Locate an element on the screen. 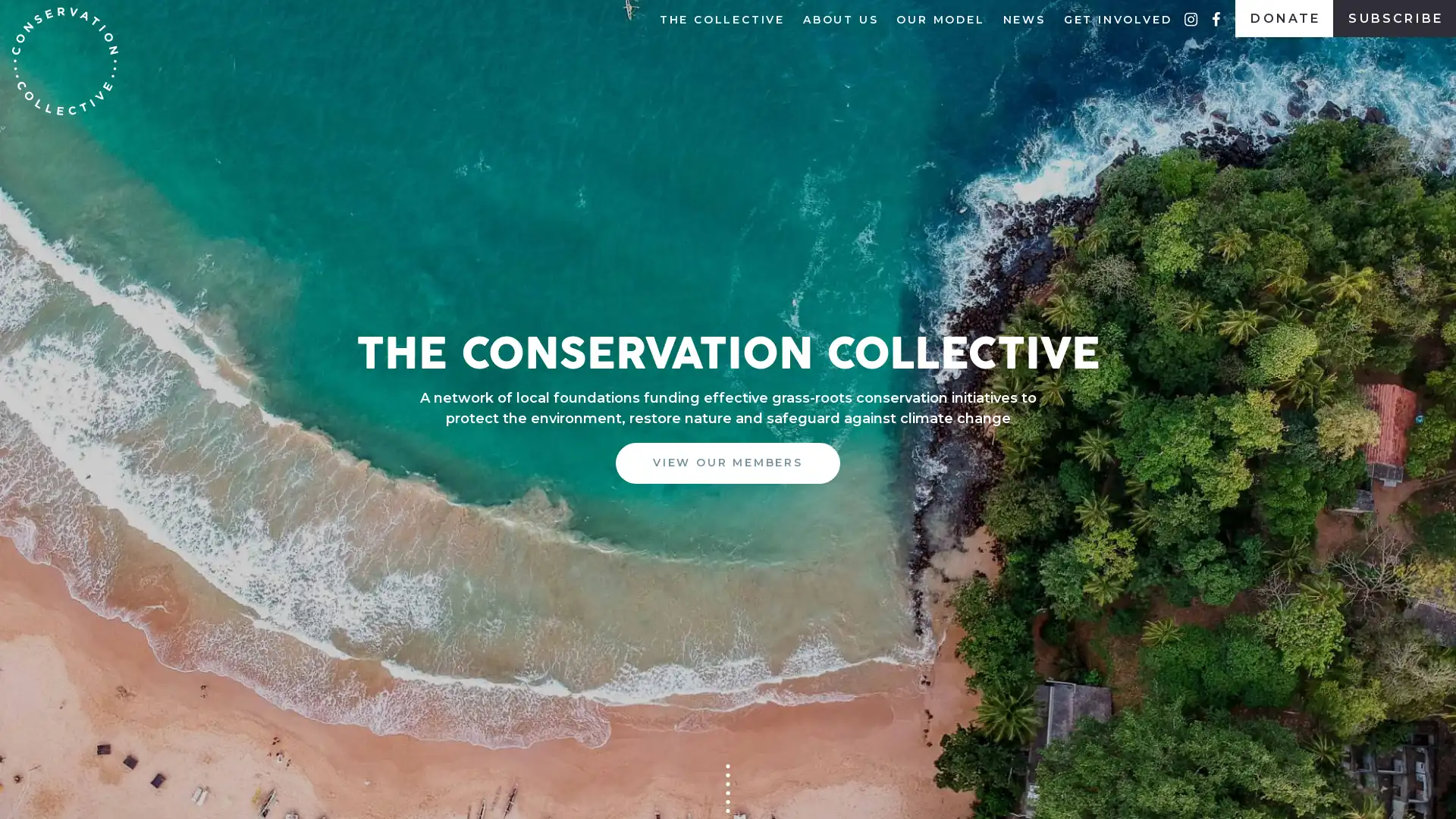 The height and width of the screenshot is (819, 1456). SUBSCRIBE is located at coordinates (726, 476).